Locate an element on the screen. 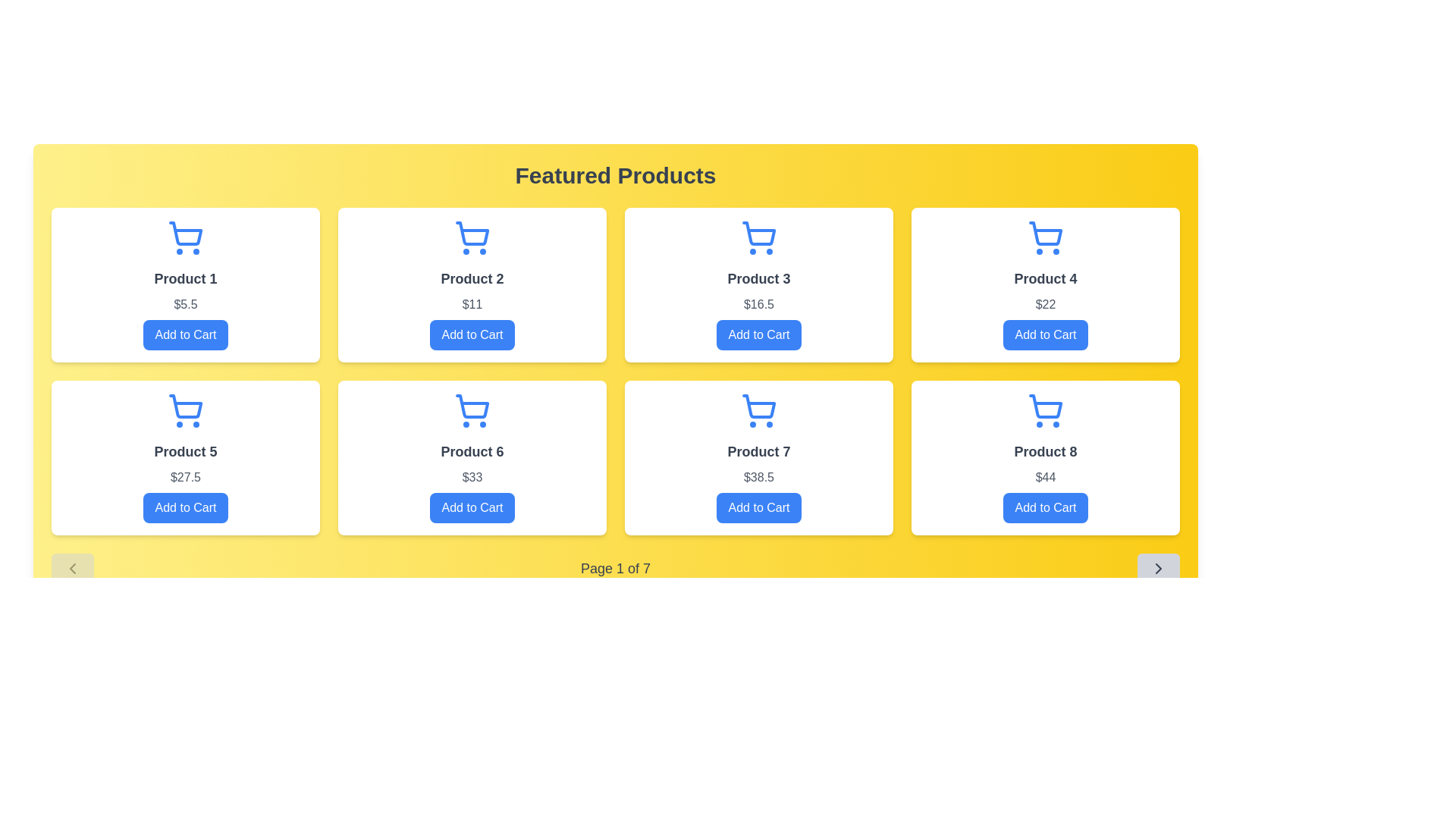  the text label displaying the price '$27.5' located below the title 'Product 5' and above the 'Add to Cart' button is located at coordinates (184, 476).